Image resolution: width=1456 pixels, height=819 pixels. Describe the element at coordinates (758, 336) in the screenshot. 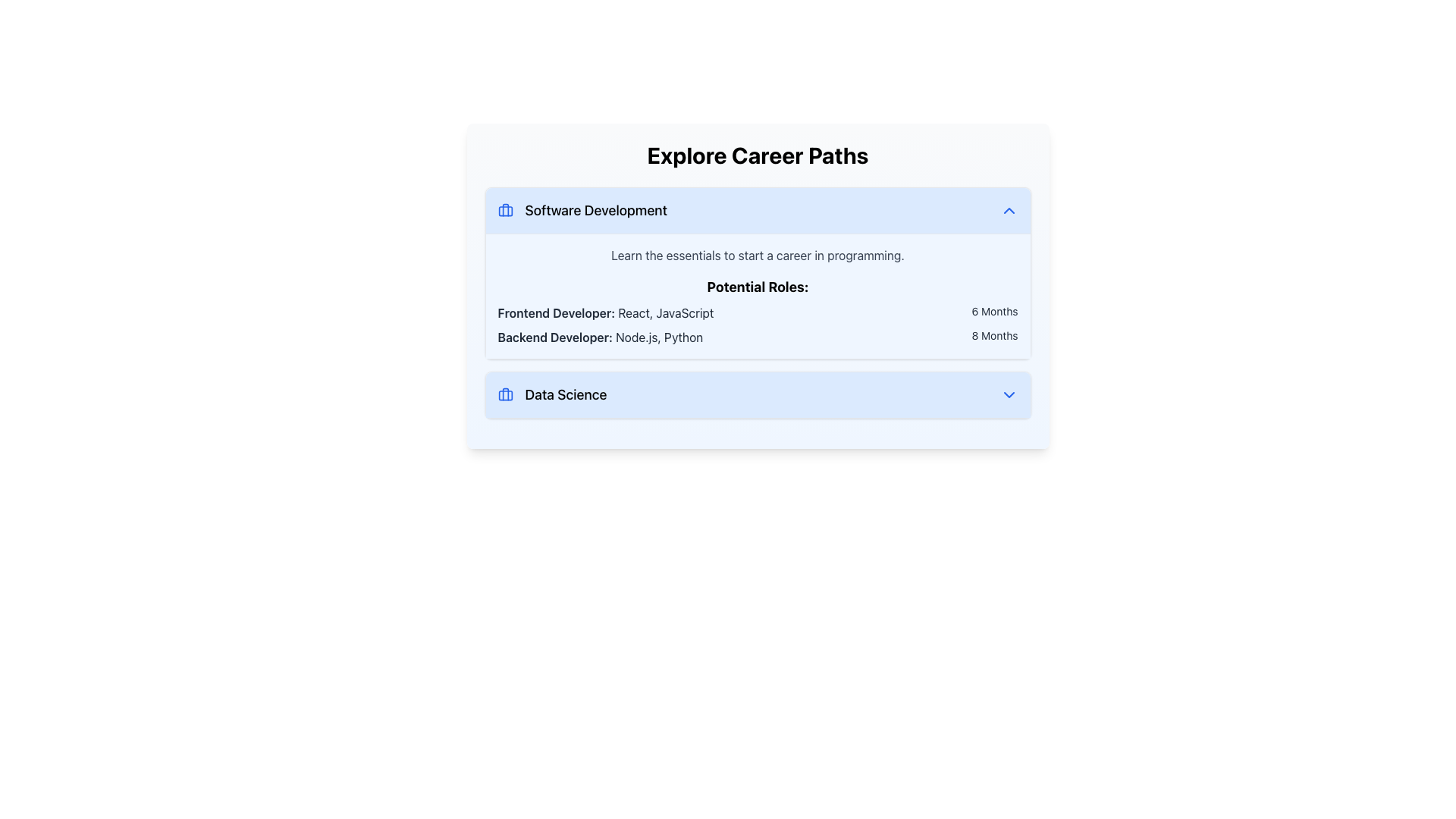

I see `the second list item in the 'Potential Roles' section of 'Software Development' category that displays career information about the role following 'Frontend Developer: React, JavaScript'` at that location.